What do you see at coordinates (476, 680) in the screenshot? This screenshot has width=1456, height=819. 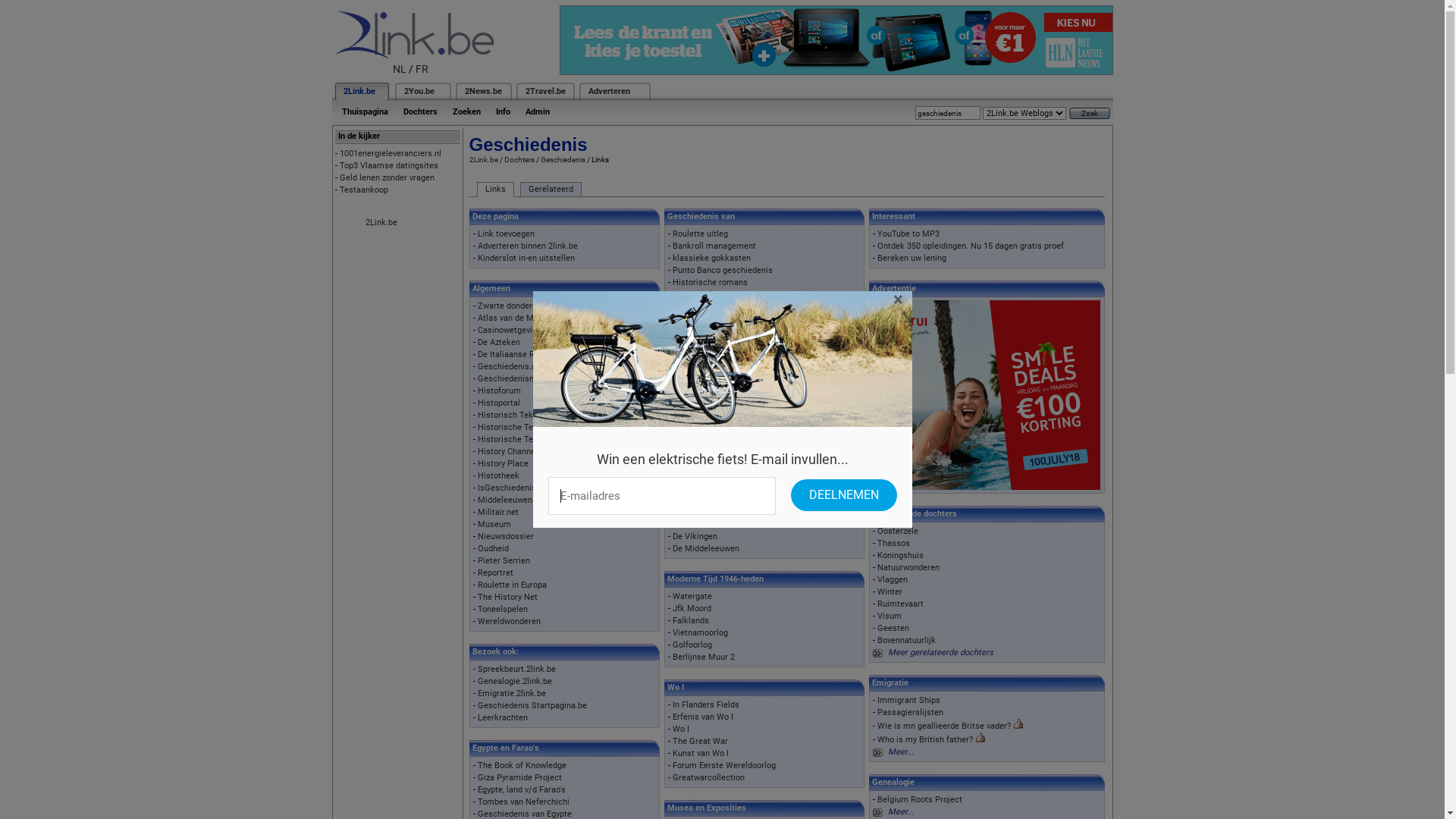 I see `'Genealogie.2link.be'` at bounding box center [476, 680].